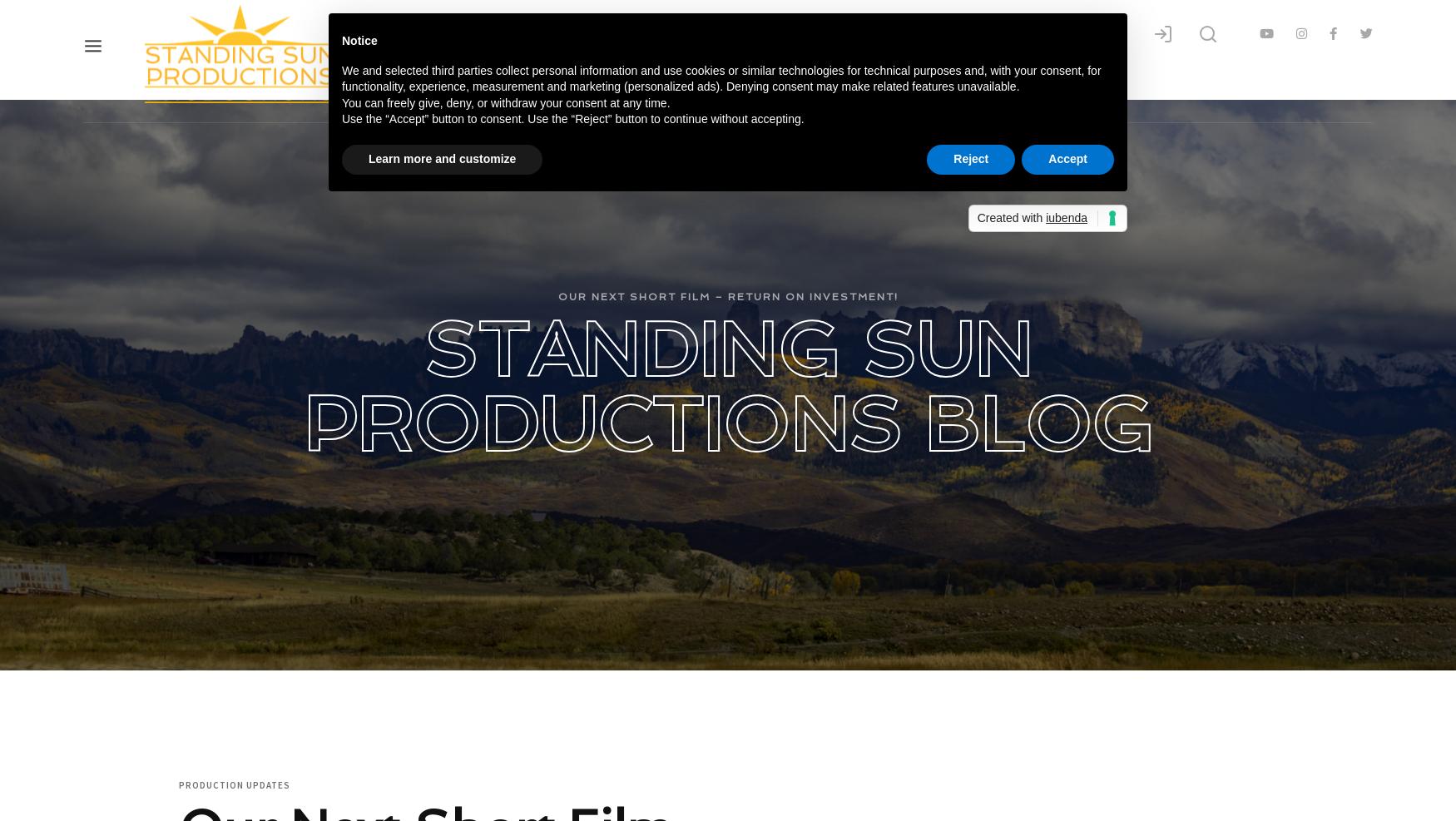  Describe the element at coordinates (953, 156) in the screenshot. I see `'Reject'` at that location.